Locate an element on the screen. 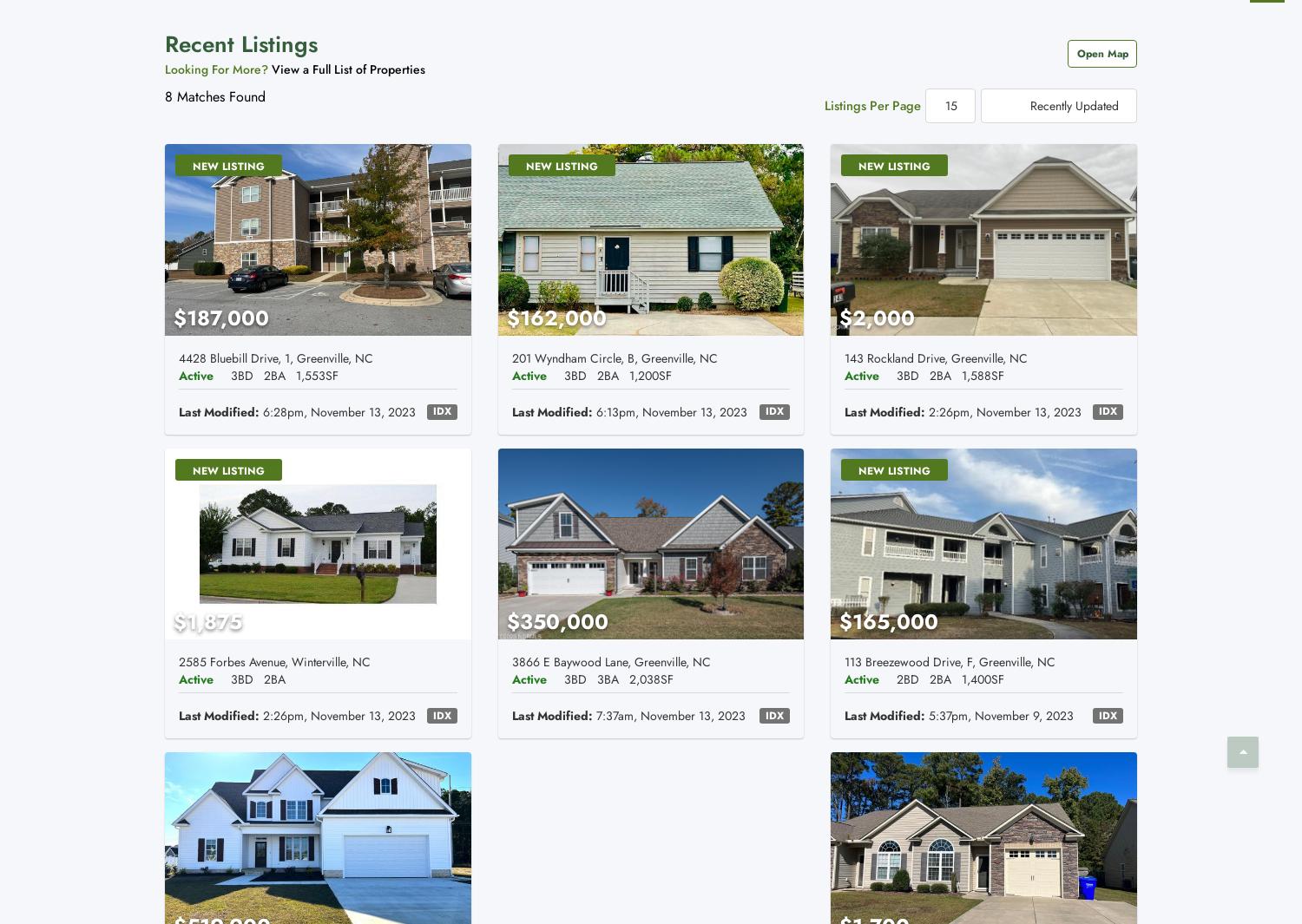  '4428 Bluebill Drive, 1, Greenville, NC' is located at coordinates (177, 357).